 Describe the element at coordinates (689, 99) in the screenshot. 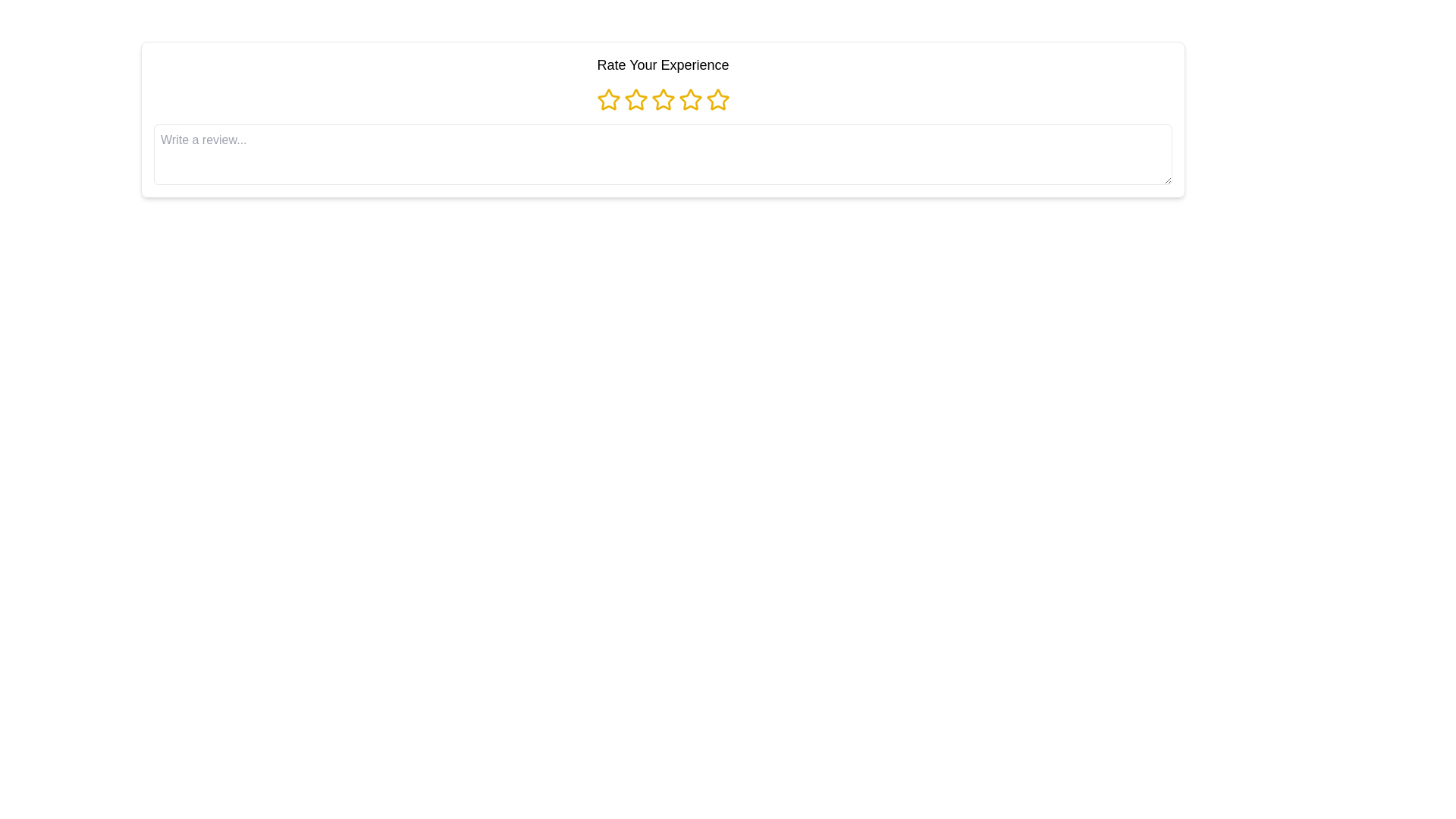

I see `the fourth yellow star icon in the rating section beneath 'Rate Your Experience'` at that location.